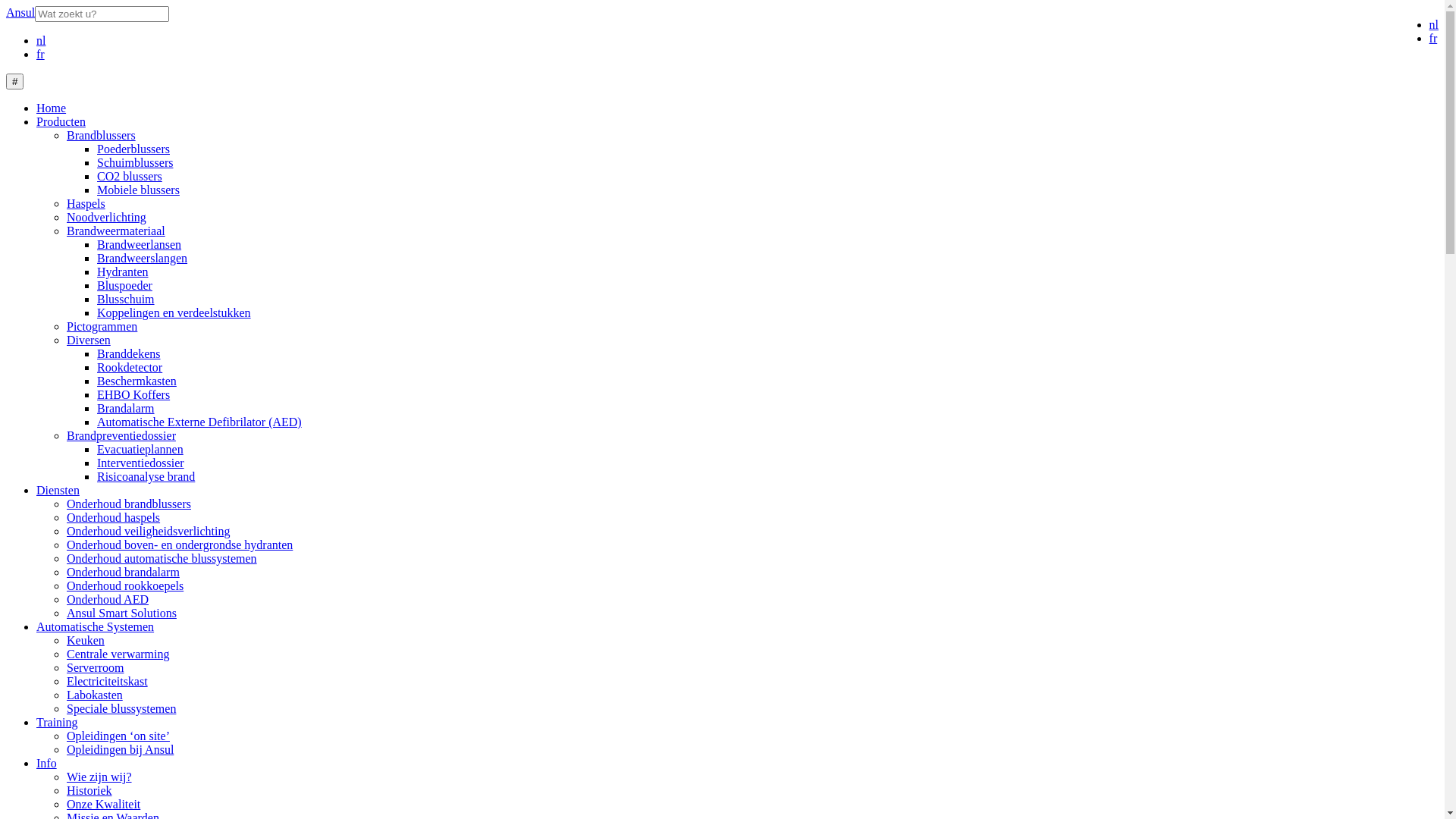 This screenshot has height=819, width=1456. What do you see at coordinates (6, 81) in the screenshot?
I see `'#'` at bounding box center [6, 81].